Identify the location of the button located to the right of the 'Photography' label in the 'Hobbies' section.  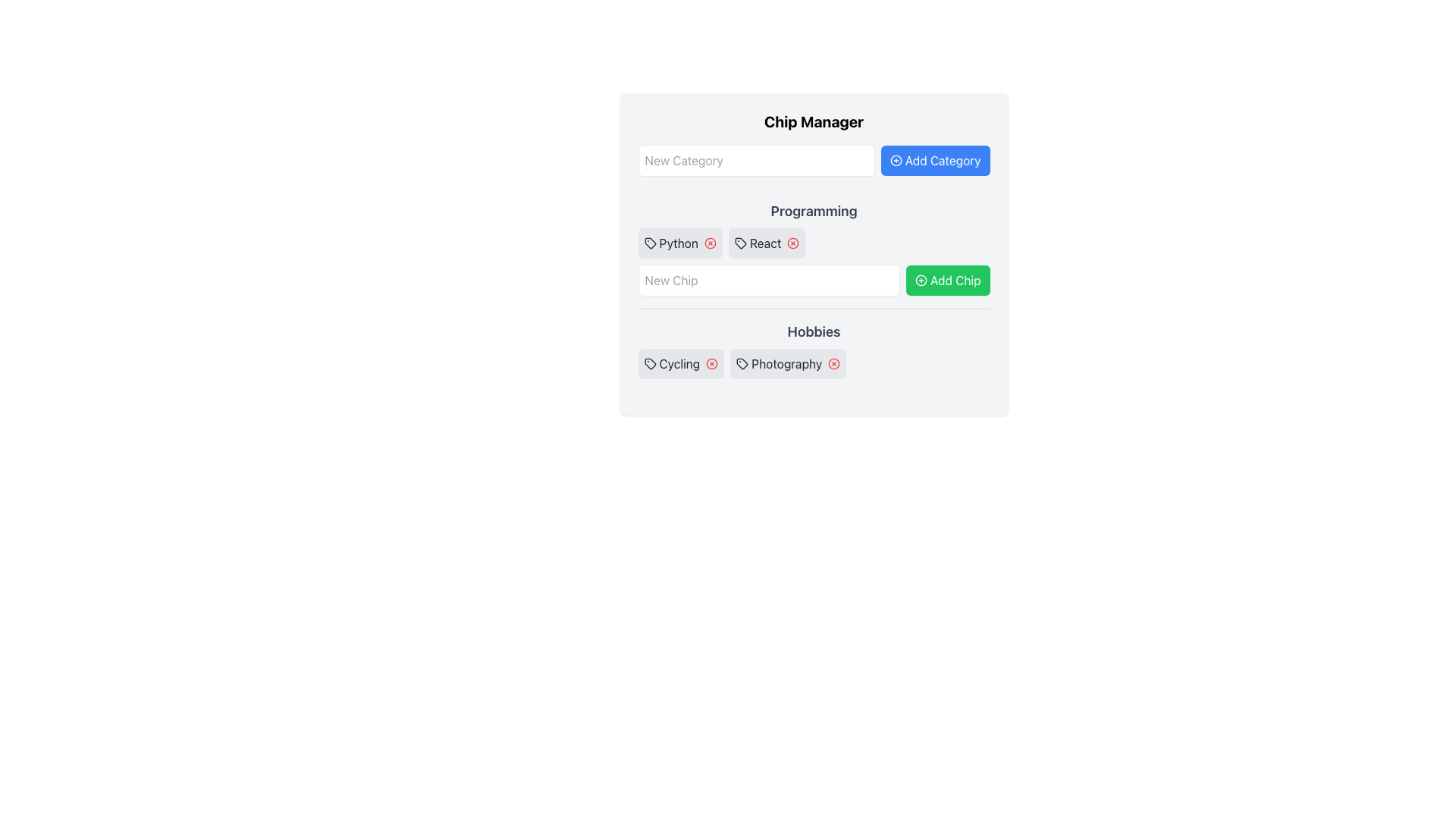
(833, 363).